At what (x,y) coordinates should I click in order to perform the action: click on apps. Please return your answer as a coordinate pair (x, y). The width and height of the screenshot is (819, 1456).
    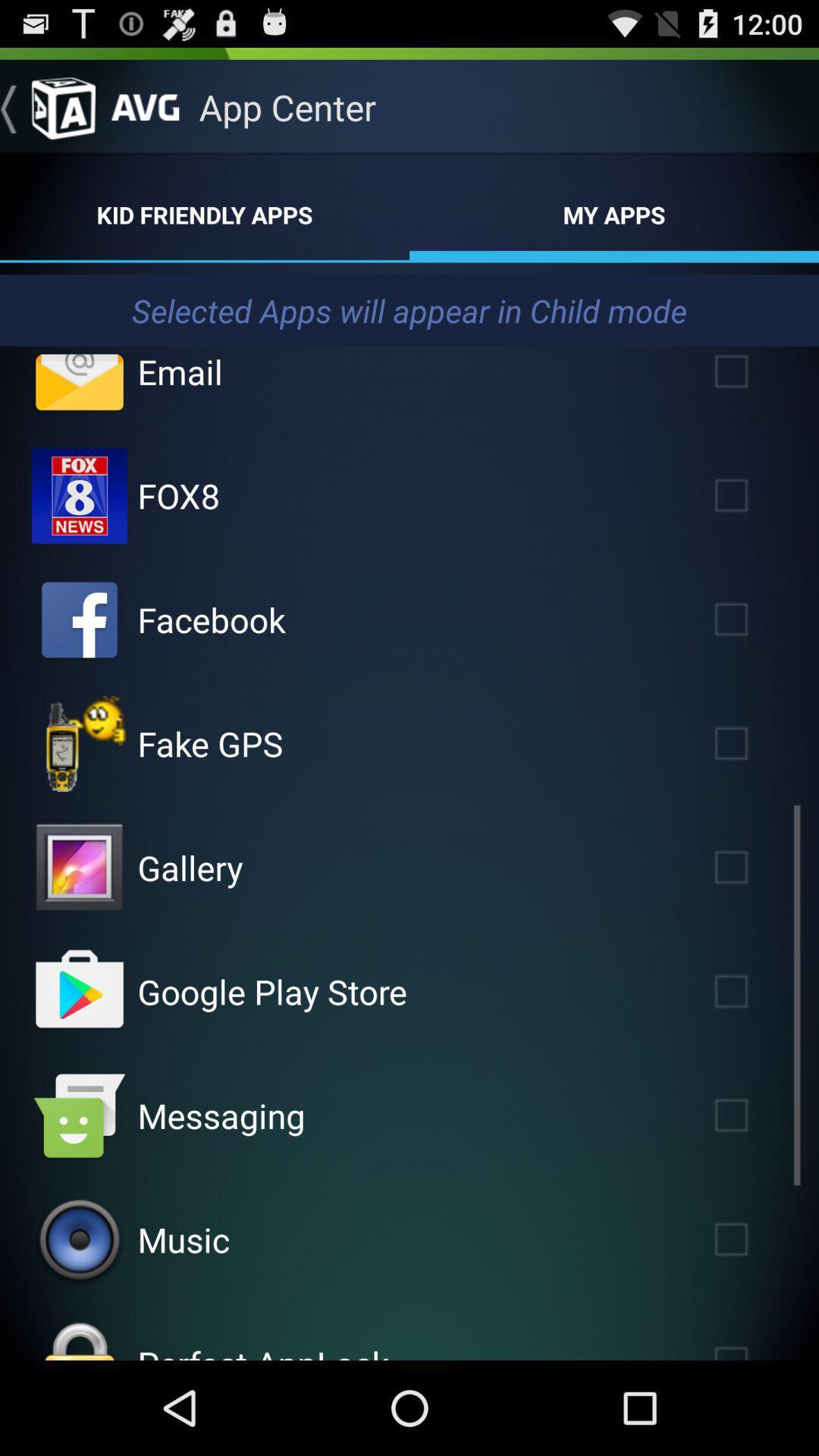
    Looking at the image, I should click on (753, 620).